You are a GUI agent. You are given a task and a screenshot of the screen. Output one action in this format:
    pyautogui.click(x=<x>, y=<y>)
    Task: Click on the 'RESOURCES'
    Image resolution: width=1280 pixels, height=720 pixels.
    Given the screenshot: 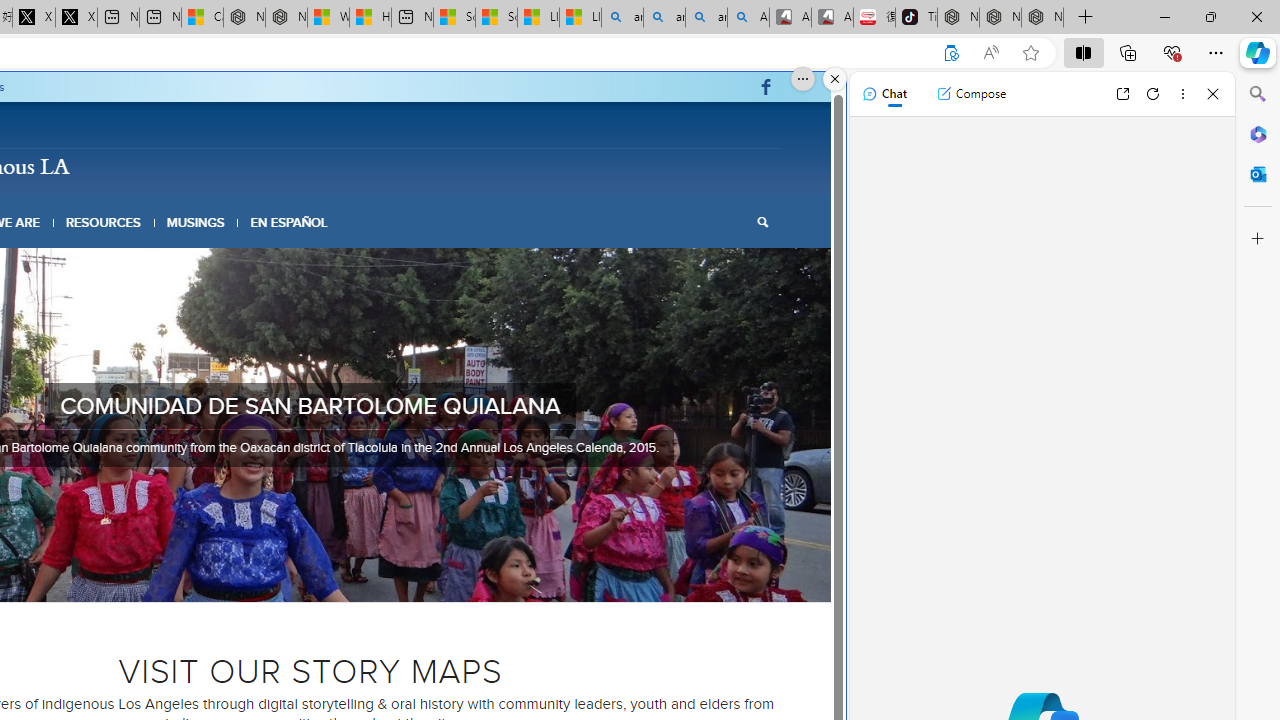 What is the action you would take?
    pyautogui.click(x=102, y=222)
    